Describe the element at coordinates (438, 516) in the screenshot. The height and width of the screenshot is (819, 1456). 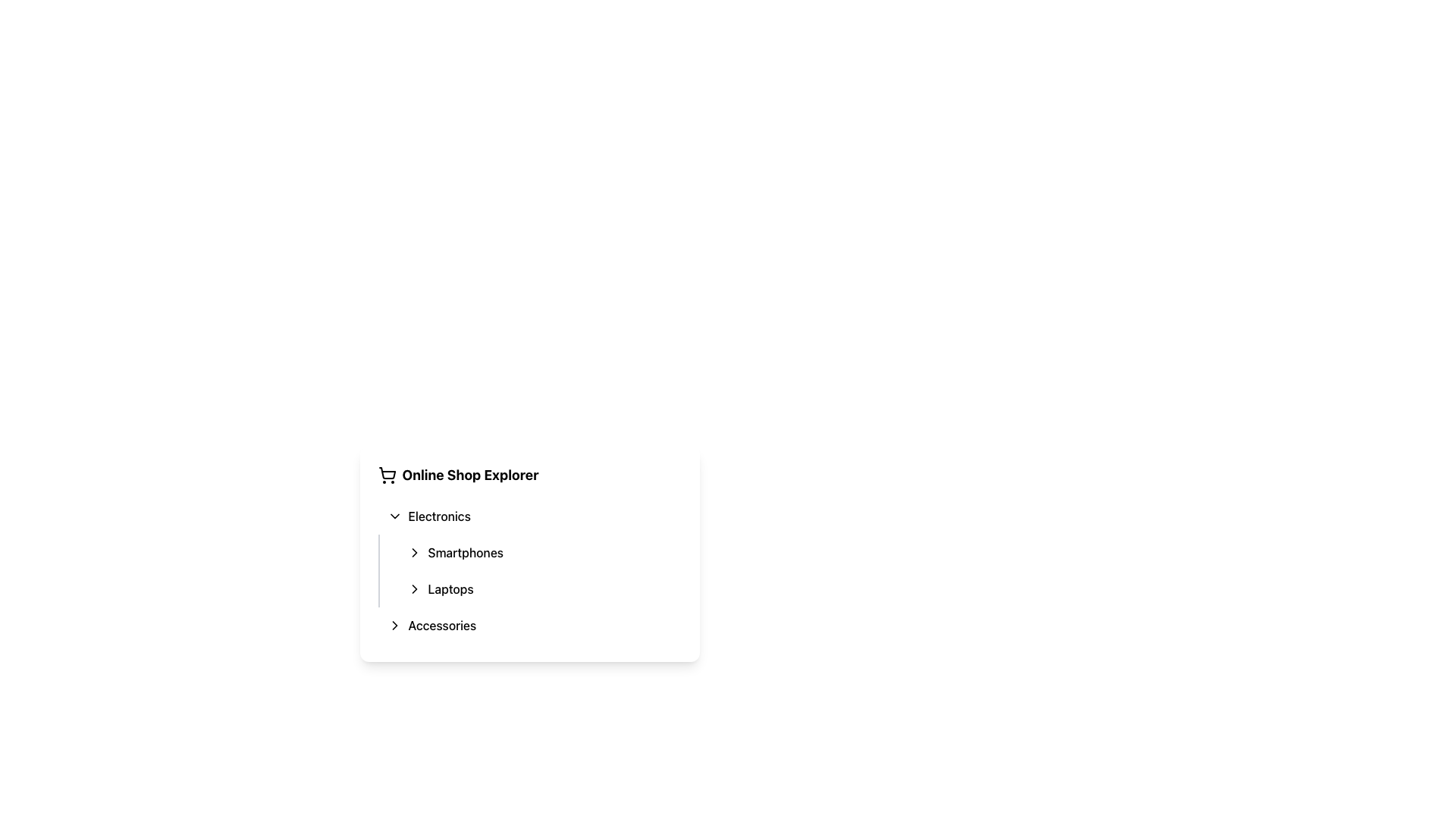
I see `the 'Electronics' menu item's label` at that location.